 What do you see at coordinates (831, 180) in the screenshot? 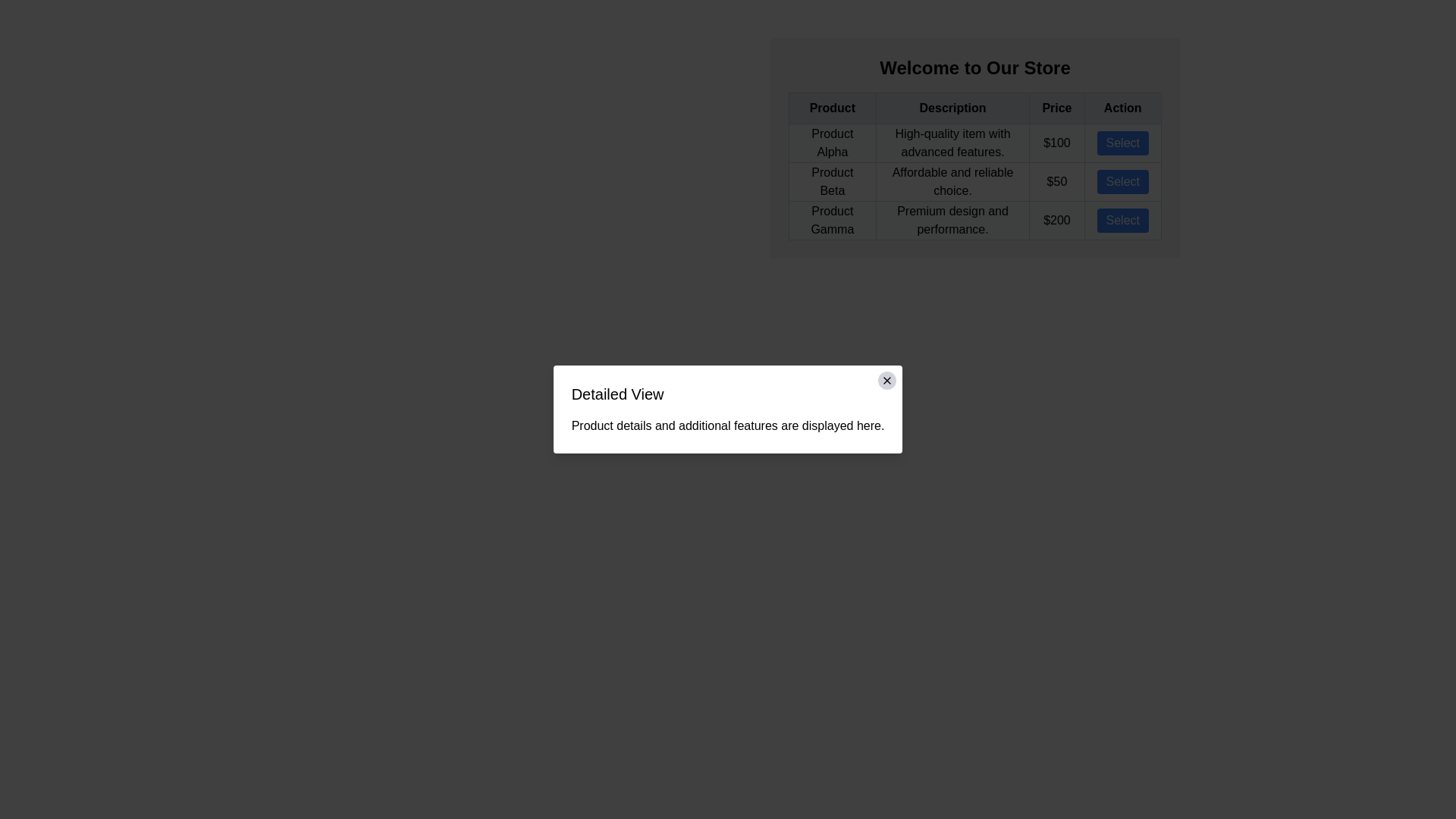
I see `text label displaying the product name 'Product Beta', located in the second row of the table under the 'Product' column` at bounding box center [831, 180].